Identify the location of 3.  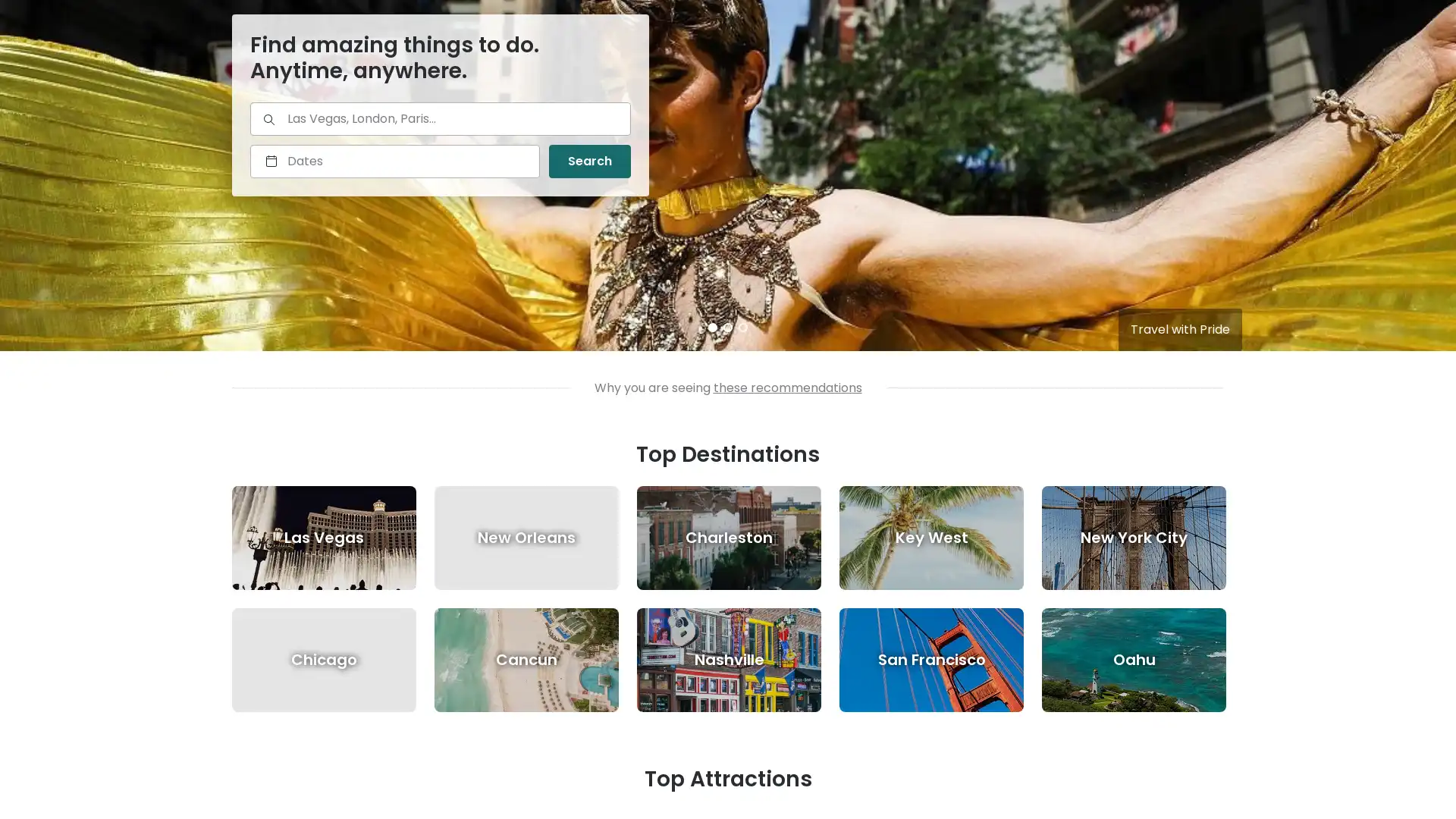
(742, 327).